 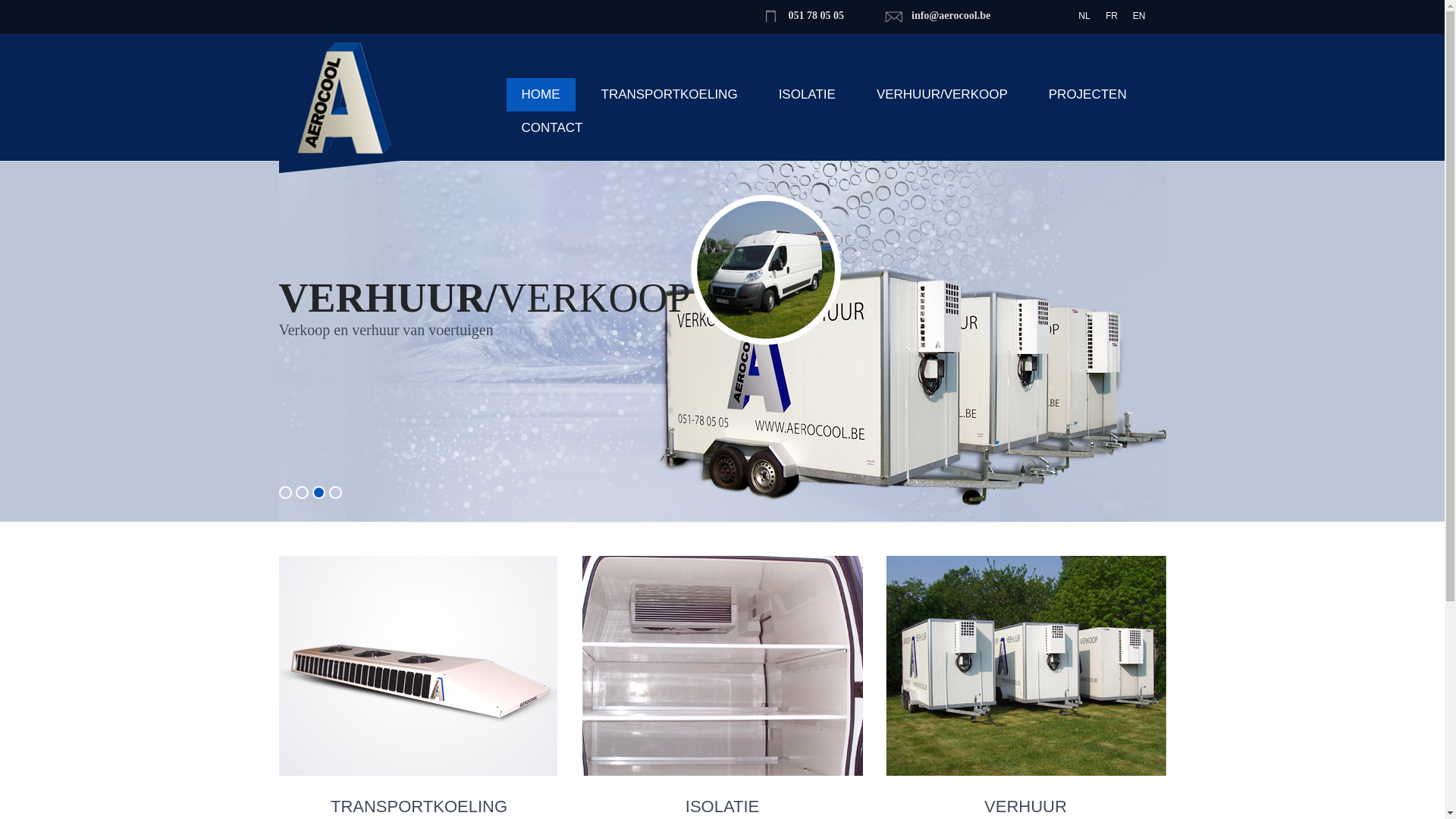 I want to click on 'PROJECTEN', so click(x=1033, y=94).